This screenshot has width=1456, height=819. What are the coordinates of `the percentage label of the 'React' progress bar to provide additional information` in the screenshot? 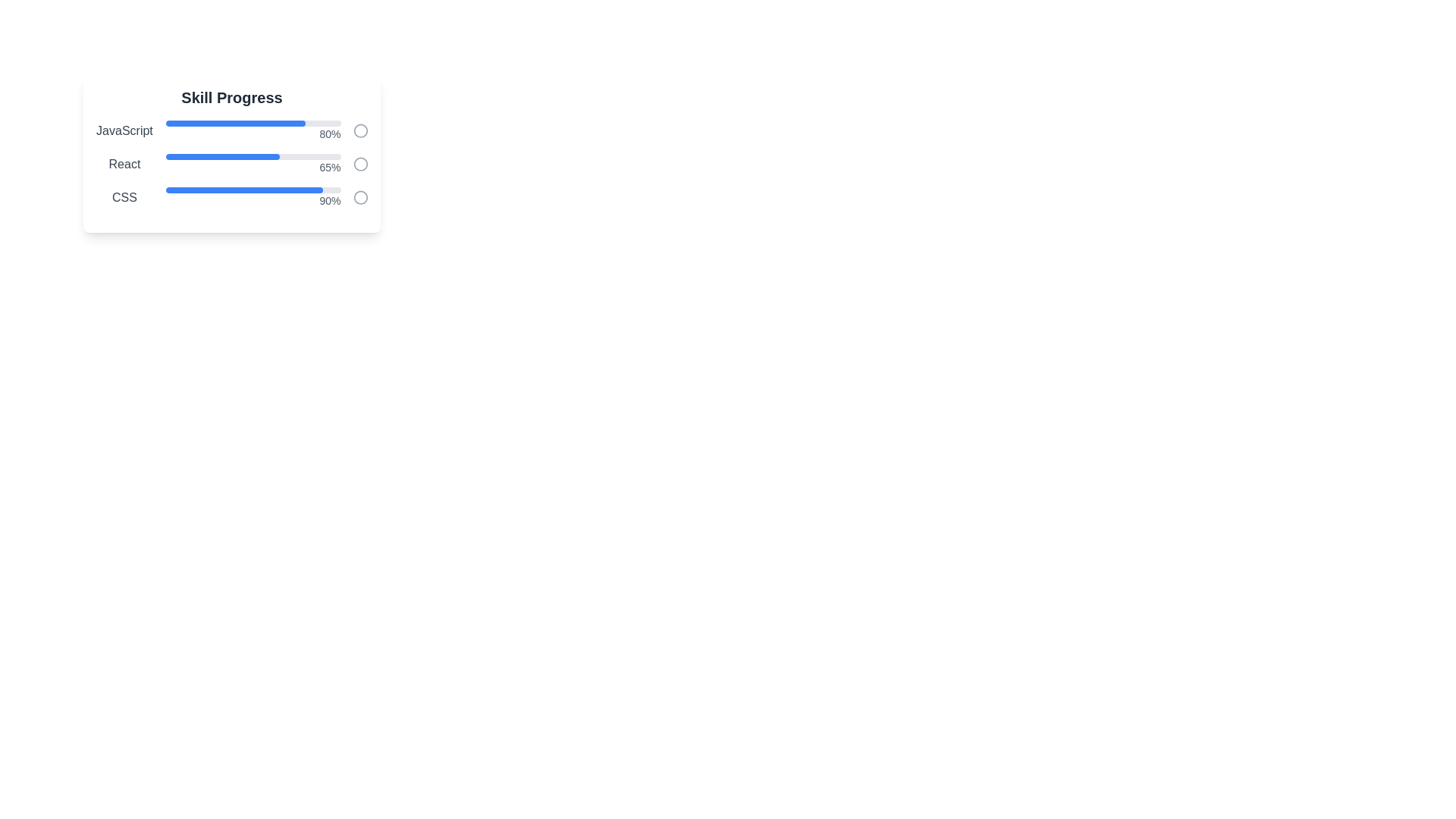 It's located at (253, 164).